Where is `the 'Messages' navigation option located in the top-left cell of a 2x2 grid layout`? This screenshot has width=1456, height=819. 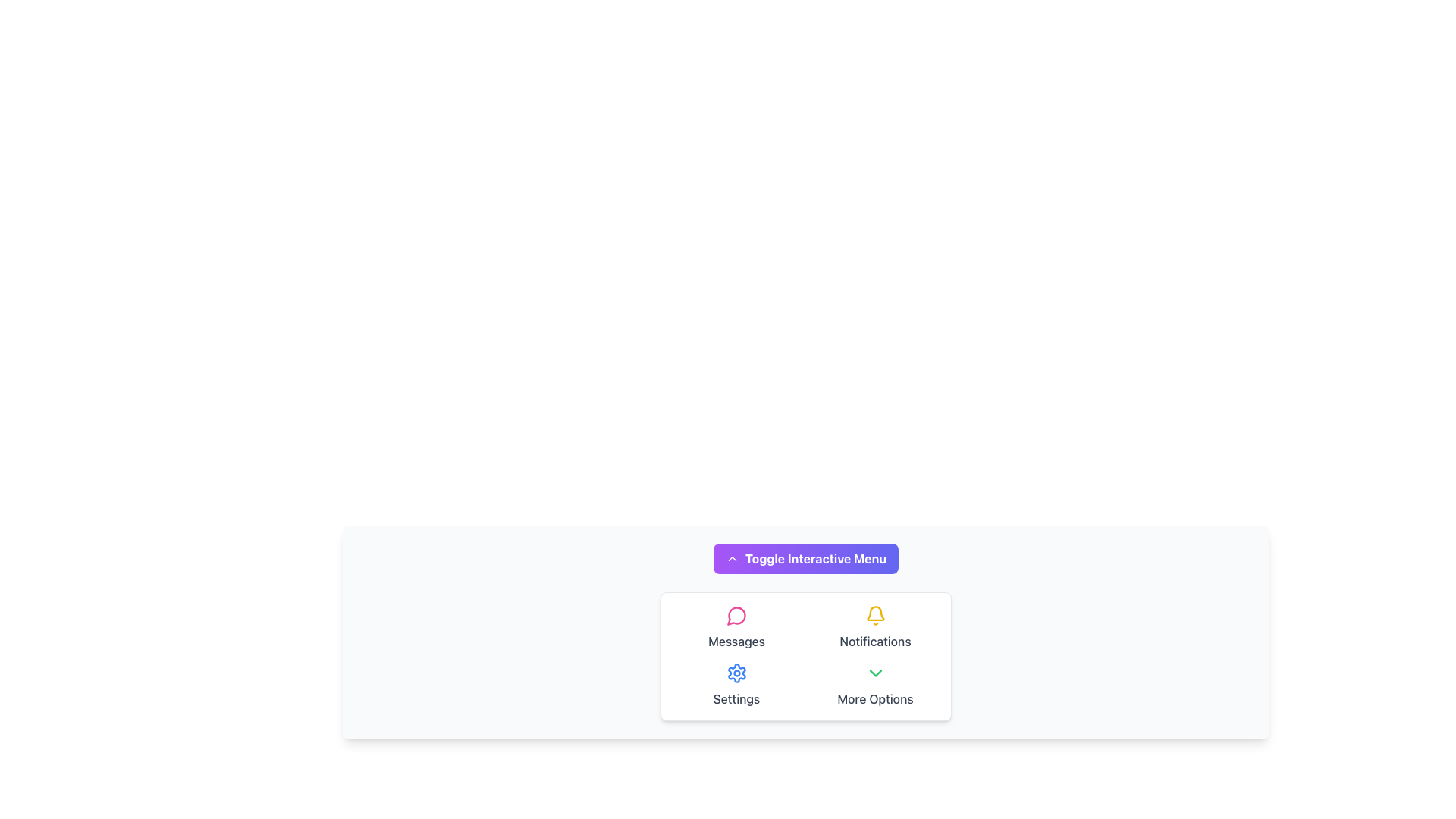 the 'Messages' navigation option located in the top-left cell of a 2x2 grid layout is located at coordinates (736, 628).